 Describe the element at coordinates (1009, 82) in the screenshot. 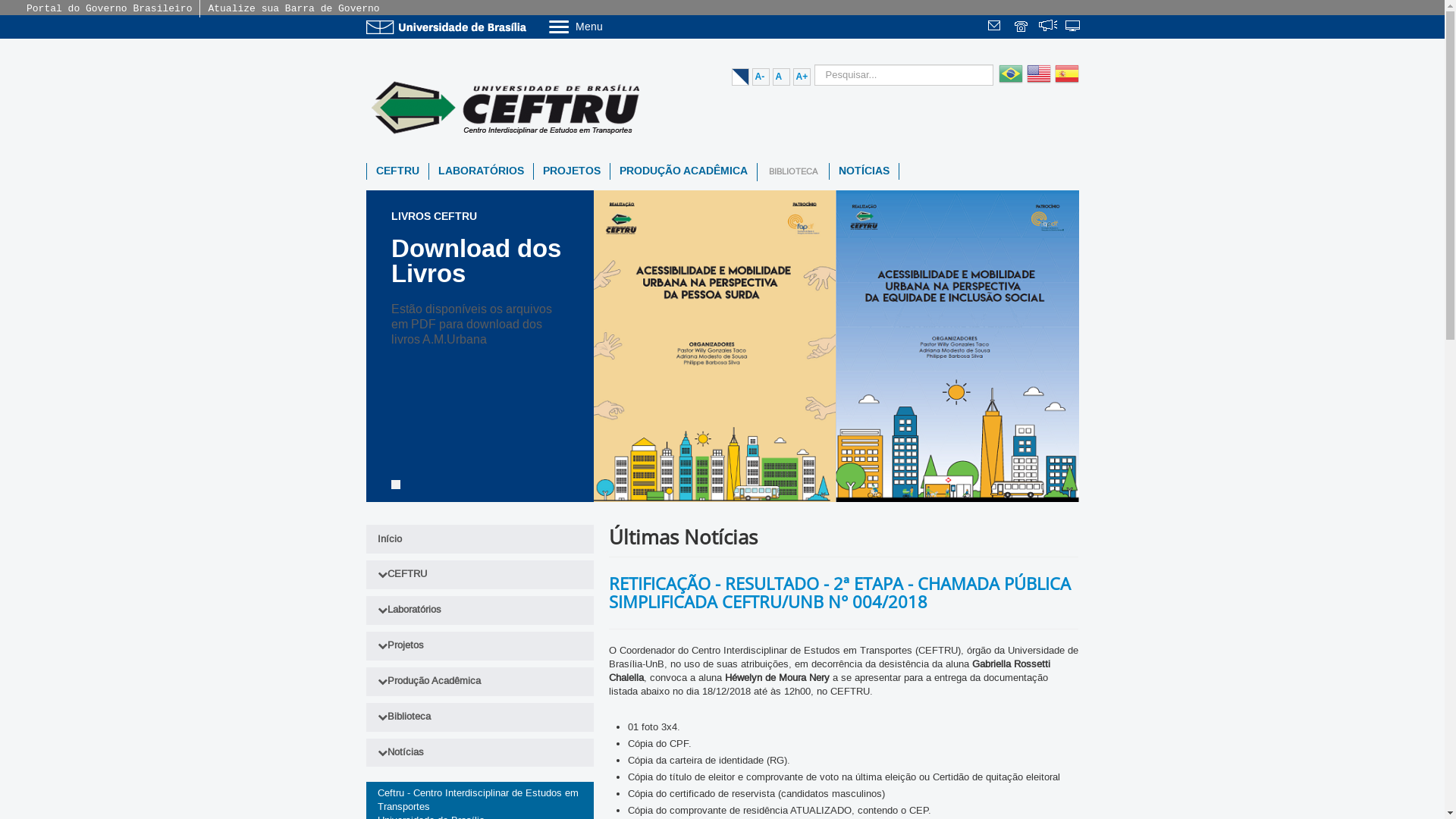

I see `'Portuguese'` at that location.